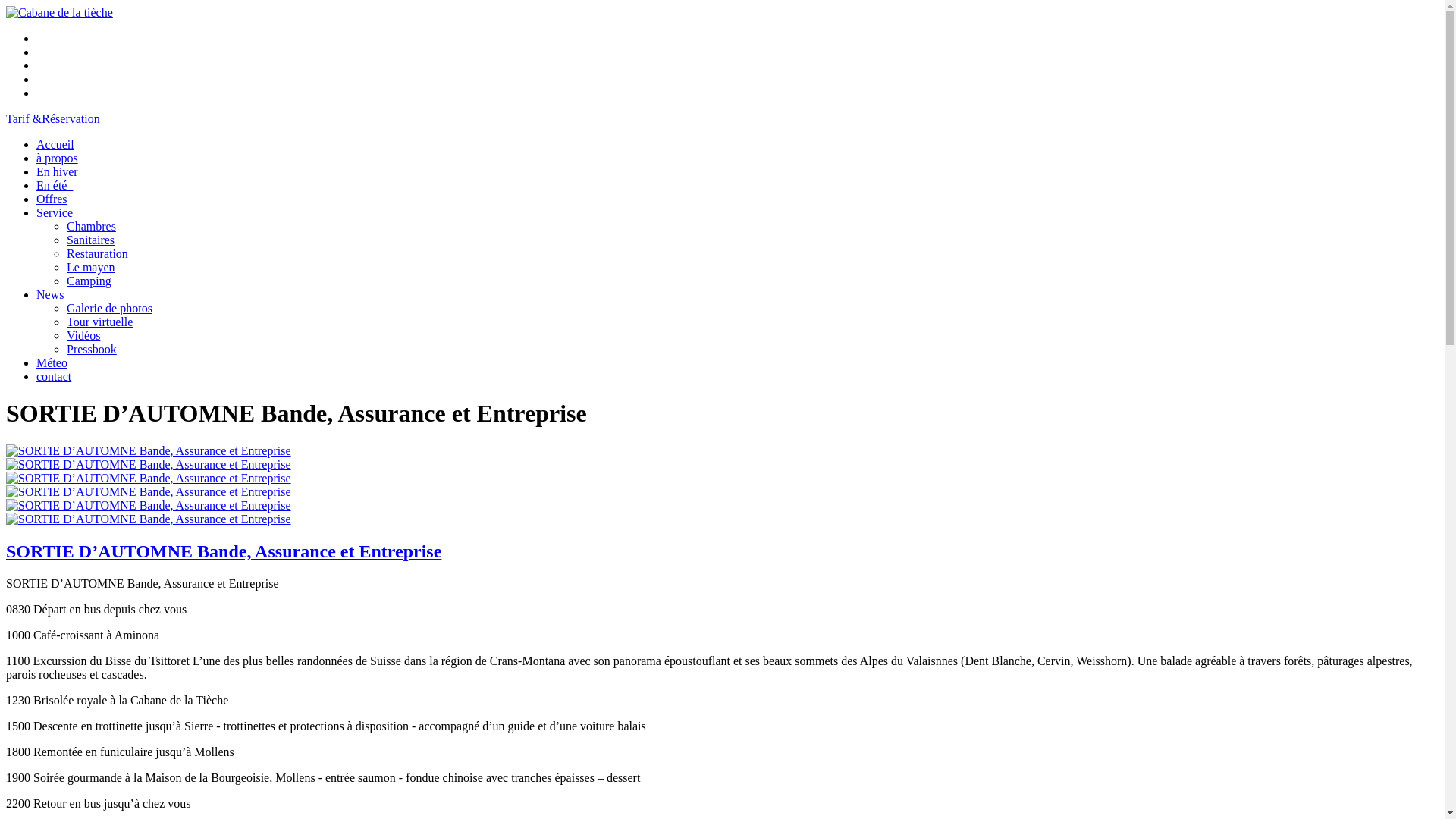  What do you see at coordinates (89, 239) in the screenshot?
I see `'Sanitaires'` at bounding box center [89, 239].